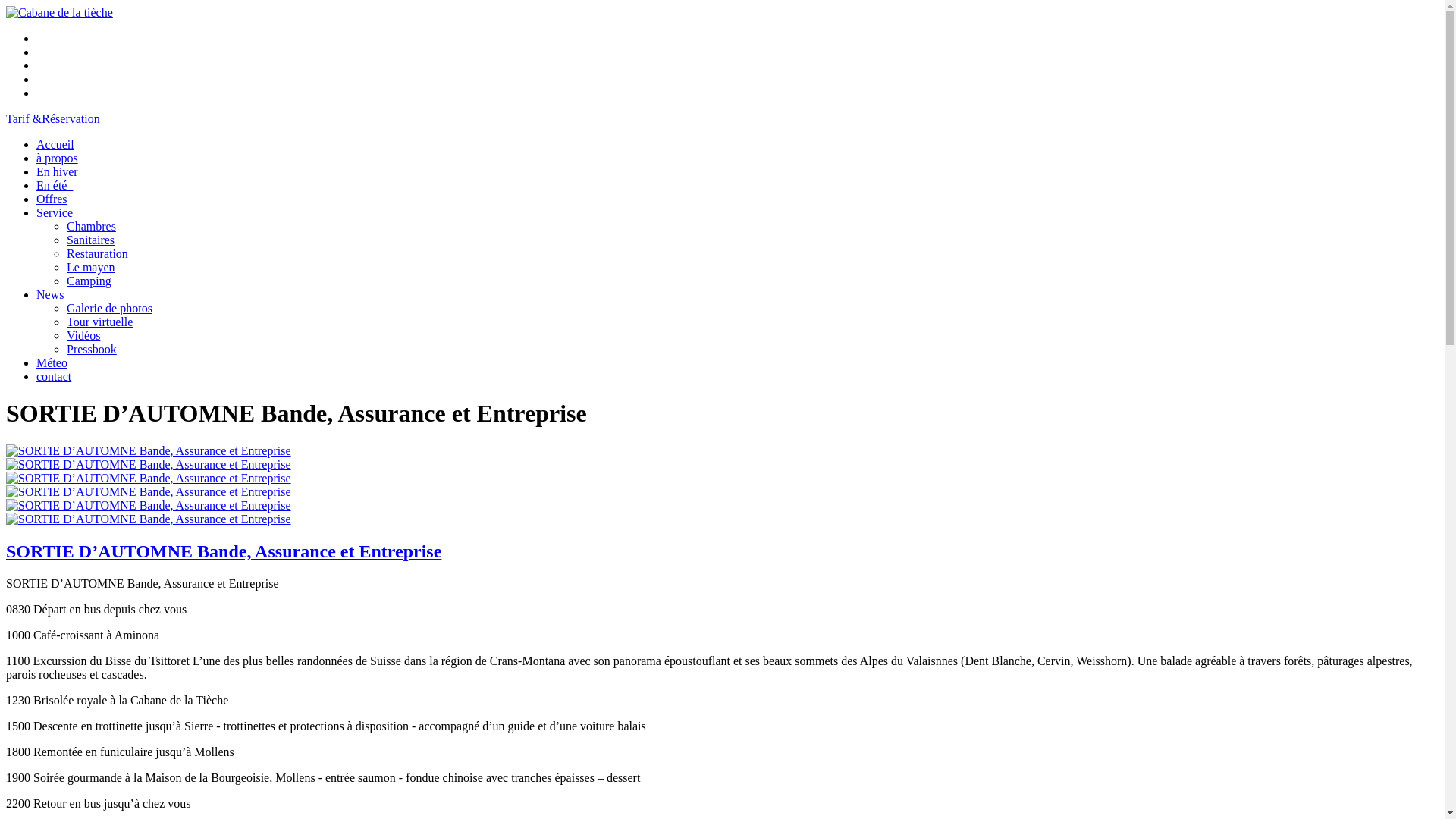  What do you see at coordinates (89, 239) in the screenshot?
I see `'Sanitaires'` at bounding box center [89, 239].